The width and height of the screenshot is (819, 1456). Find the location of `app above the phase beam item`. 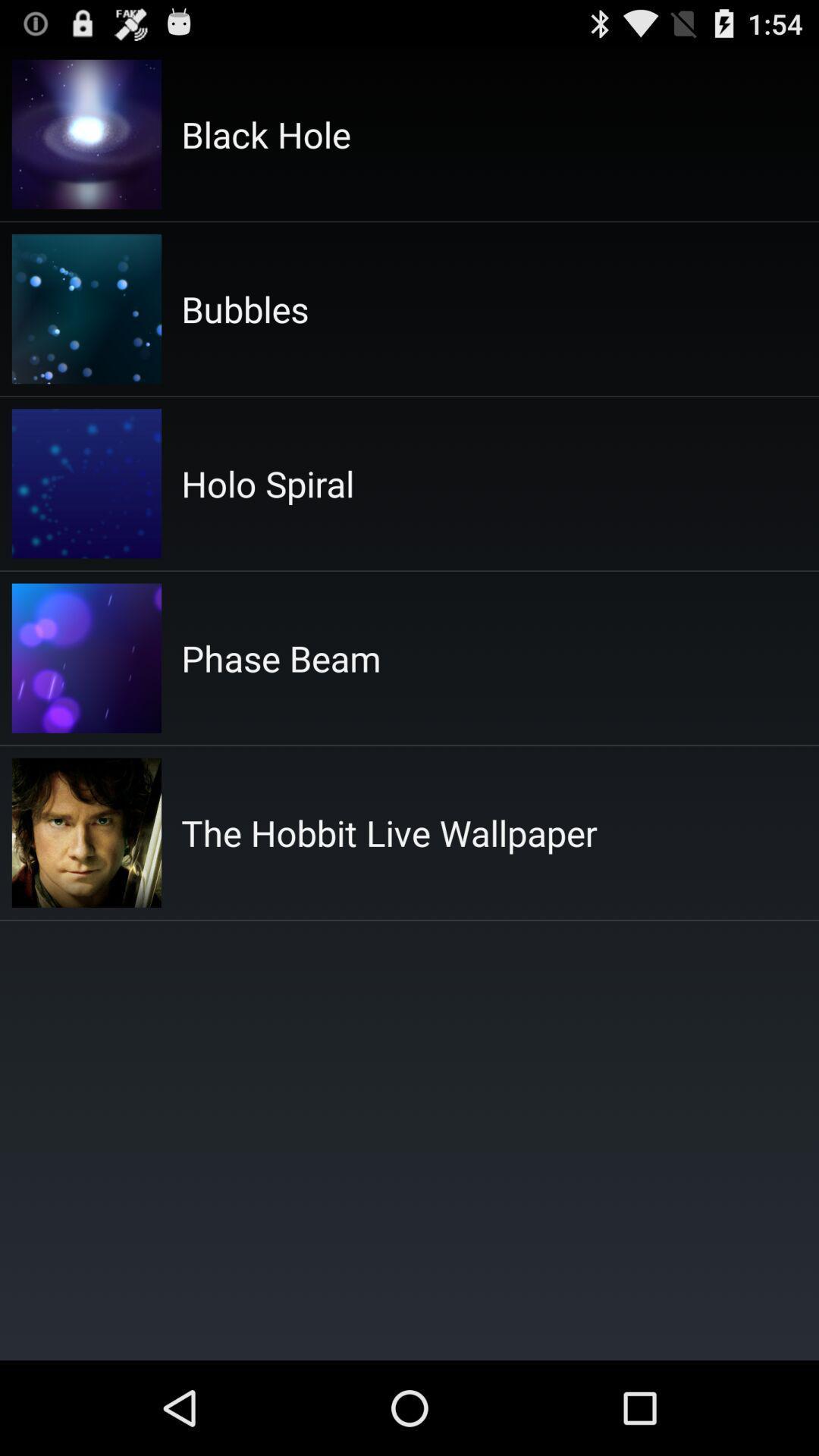

app above the phase beam item is located at coordinates (267, 482).